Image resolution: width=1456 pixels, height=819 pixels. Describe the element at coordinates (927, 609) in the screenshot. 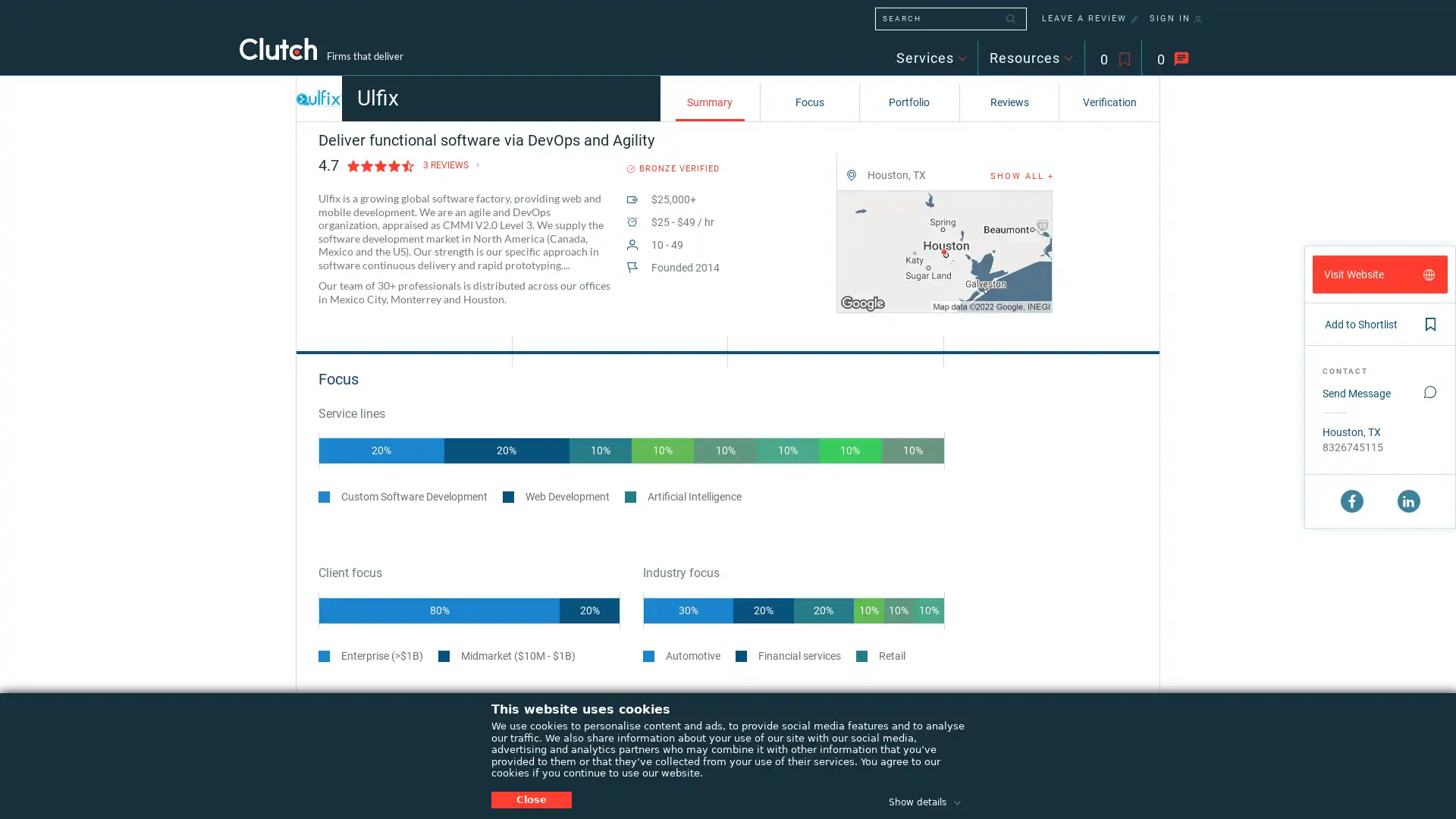

I see `10%` at that location.